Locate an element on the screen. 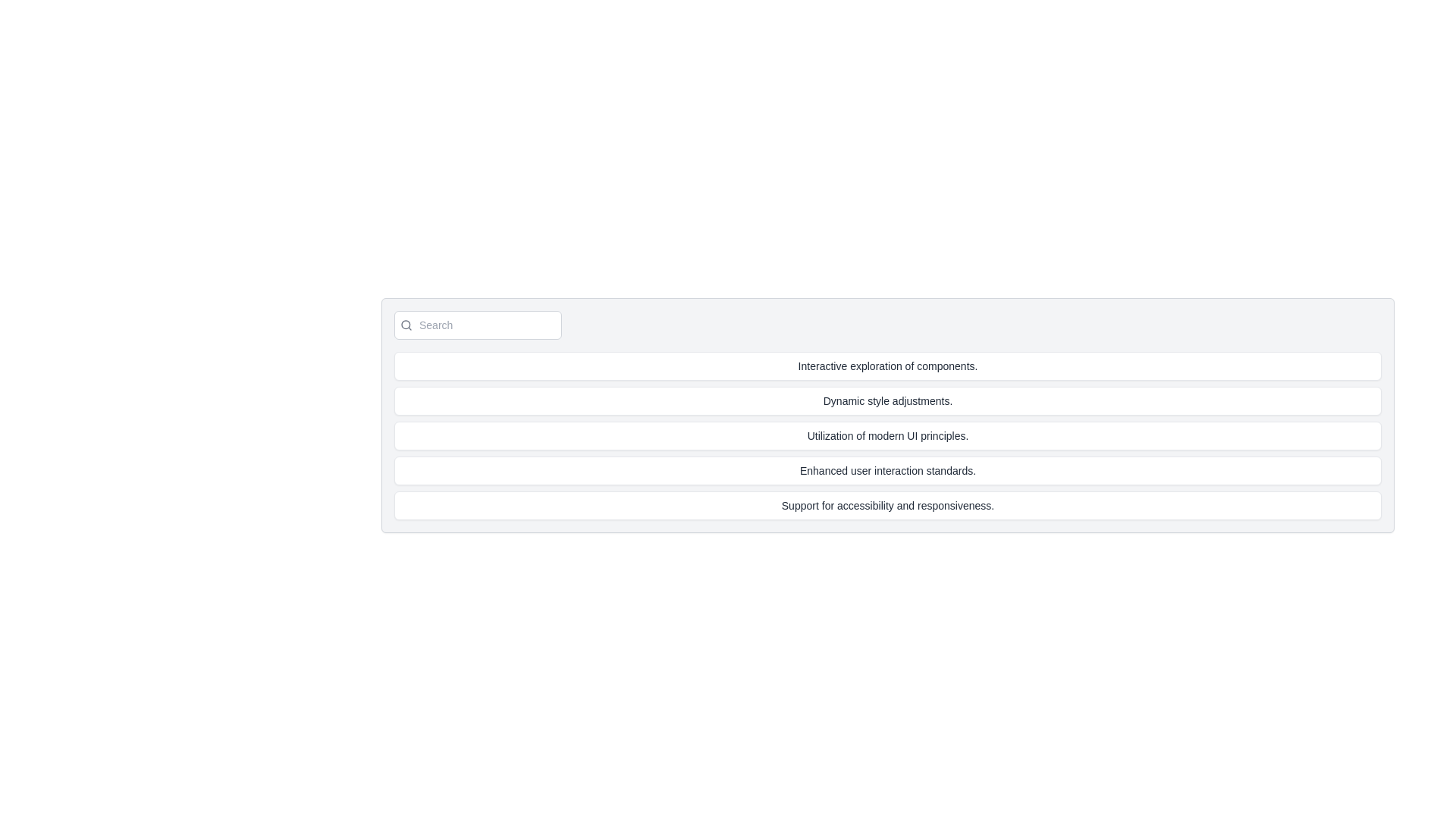  the letter 'o' in the word 'modern' within the text 'Utilization of modern UI principles.' is located at coordinates (859, 435).